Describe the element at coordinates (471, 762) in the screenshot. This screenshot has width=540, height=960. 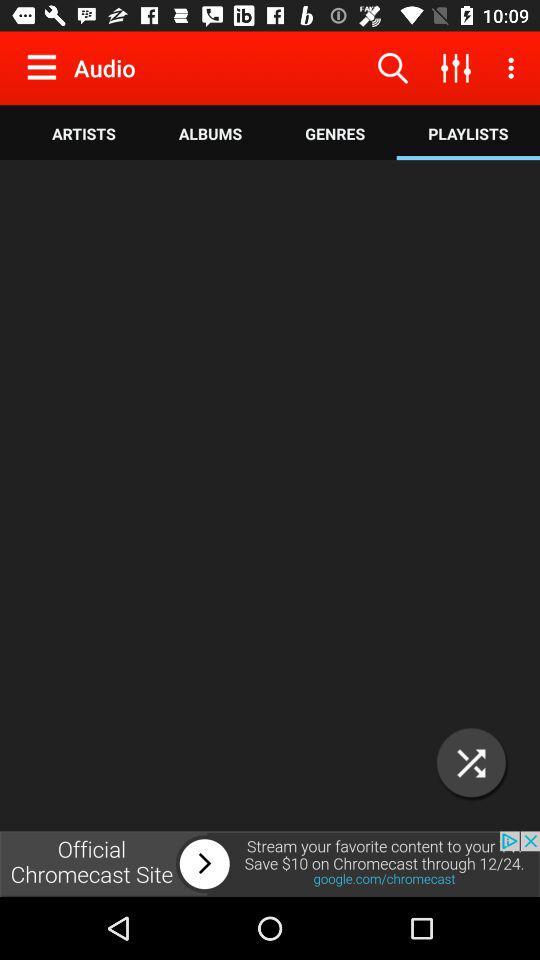
I see `optician` at that location.